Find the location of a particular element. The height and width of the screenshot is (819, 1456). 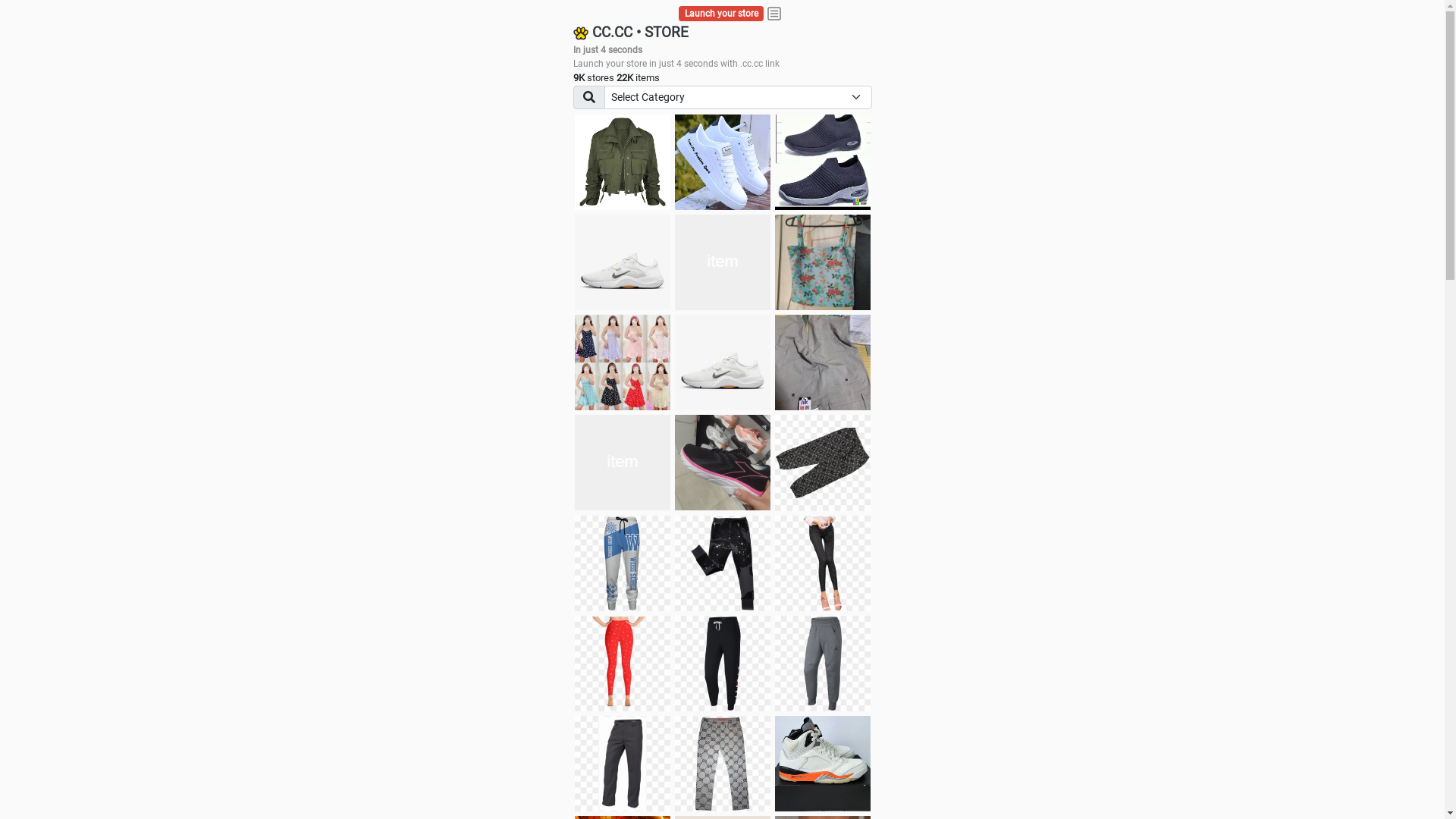

'jacket' is located at coordinates (622, 162).